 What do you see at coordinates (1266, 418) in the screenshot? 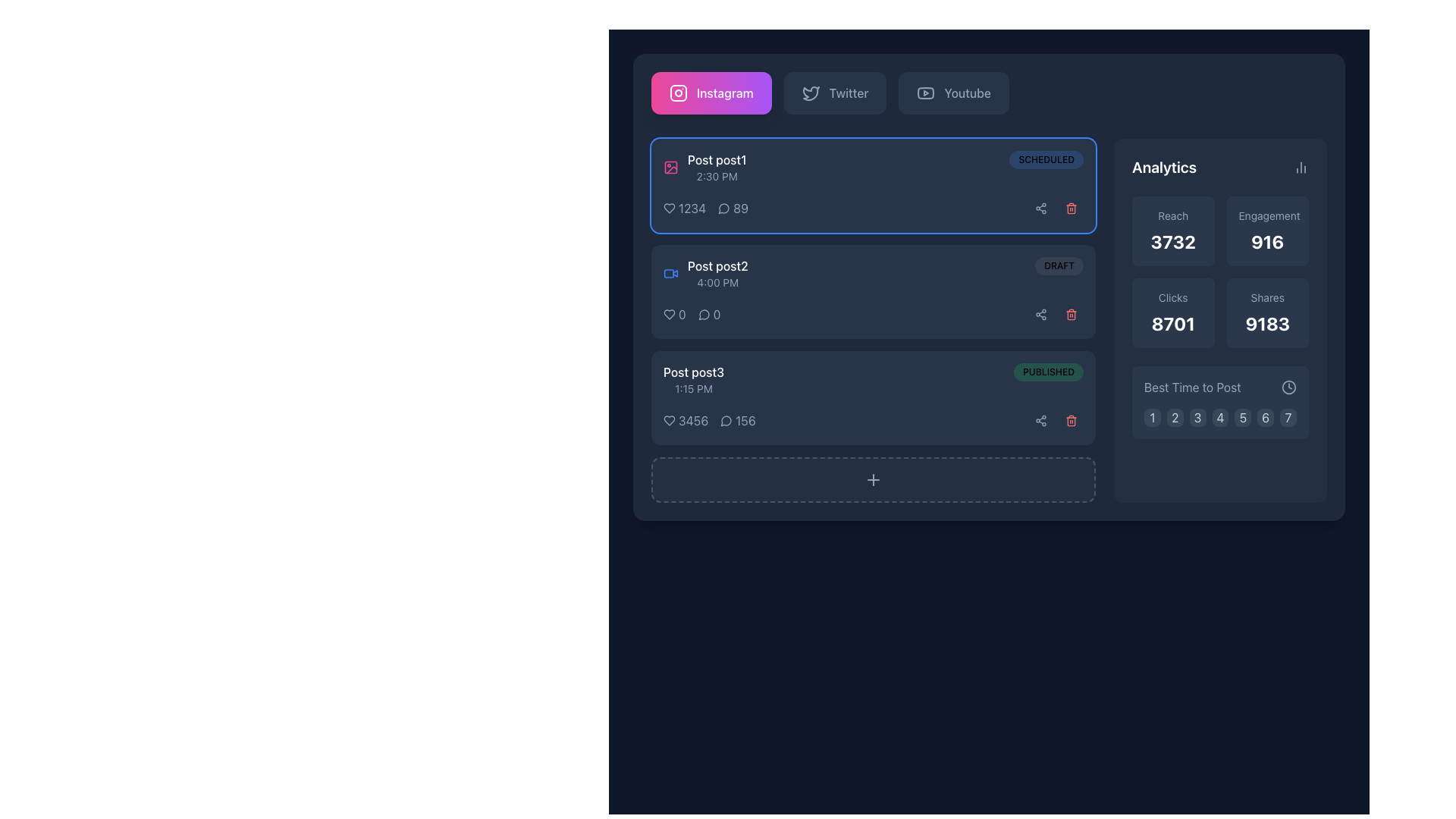
I see `the rounded square-shaped button with a dark blue background and the numeral '6' in light-gray color, located under the 'Best Time to Post' section in the 'Analytics' group` at bounding box center [1266, 418].